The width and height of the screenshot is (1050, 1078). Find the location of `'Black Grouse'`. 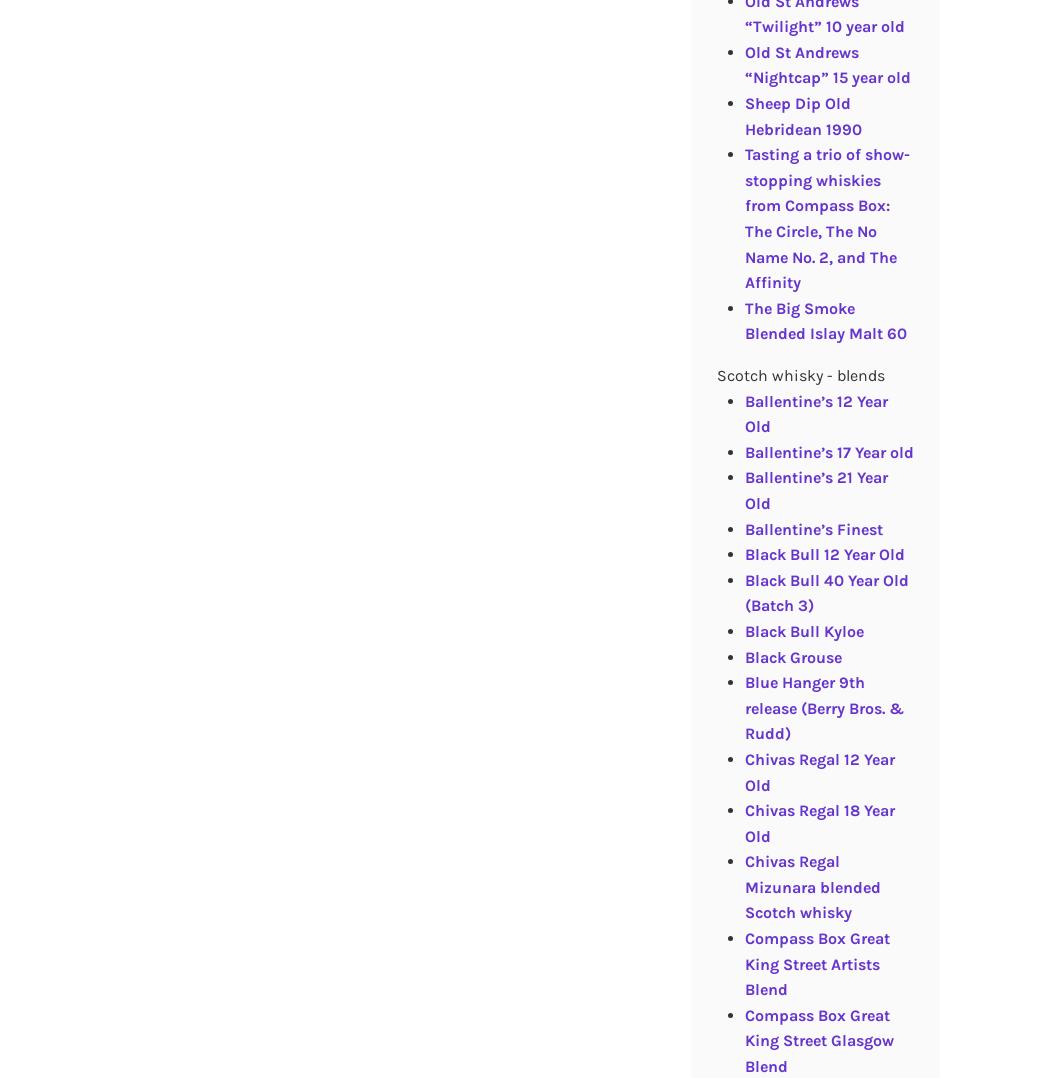

'Black Grouse' is located at coordinates (791, 656).